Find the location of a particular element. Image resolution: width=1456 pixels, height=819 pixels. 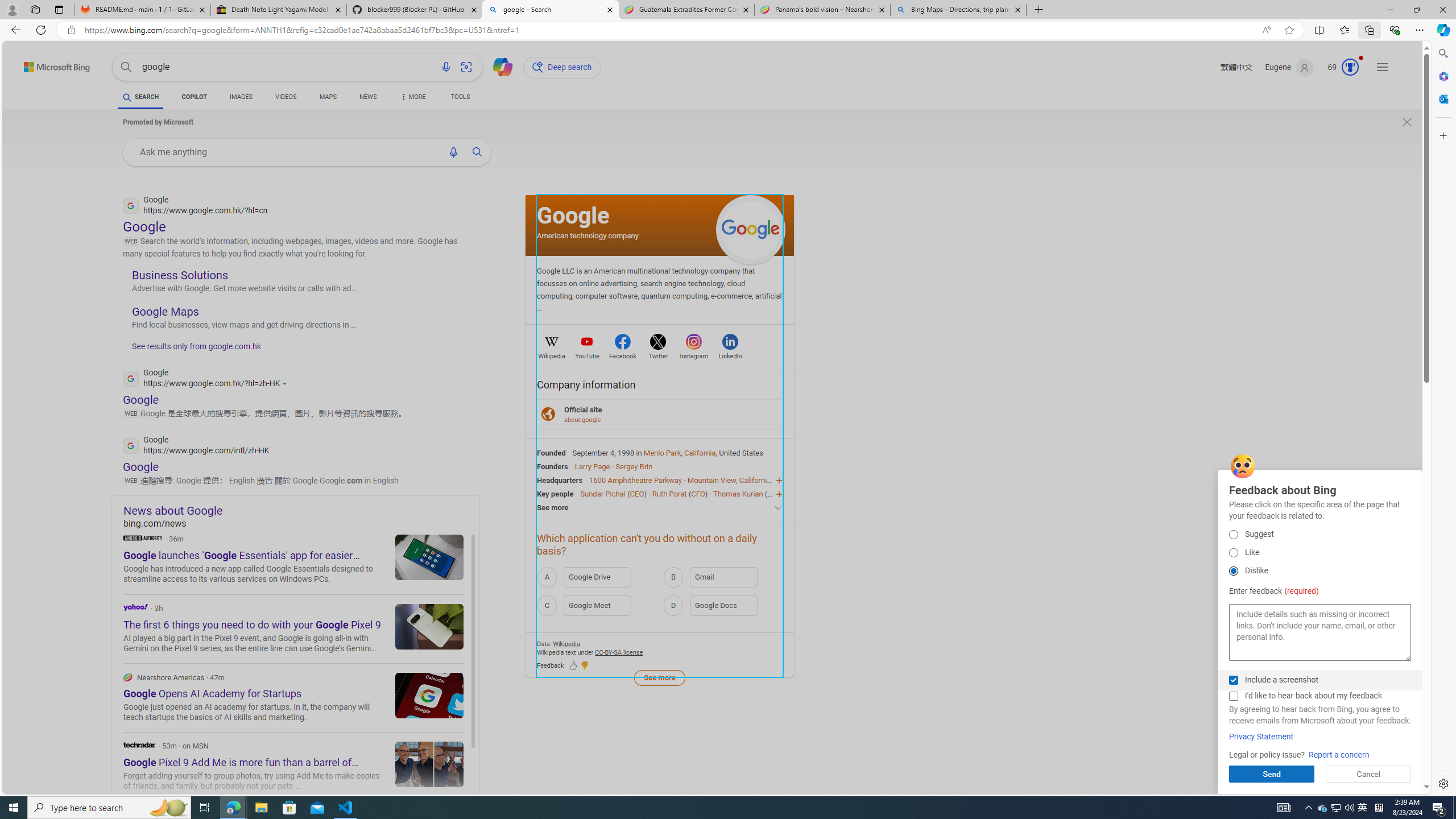

'Send' is located at coordinates (1271, 773).